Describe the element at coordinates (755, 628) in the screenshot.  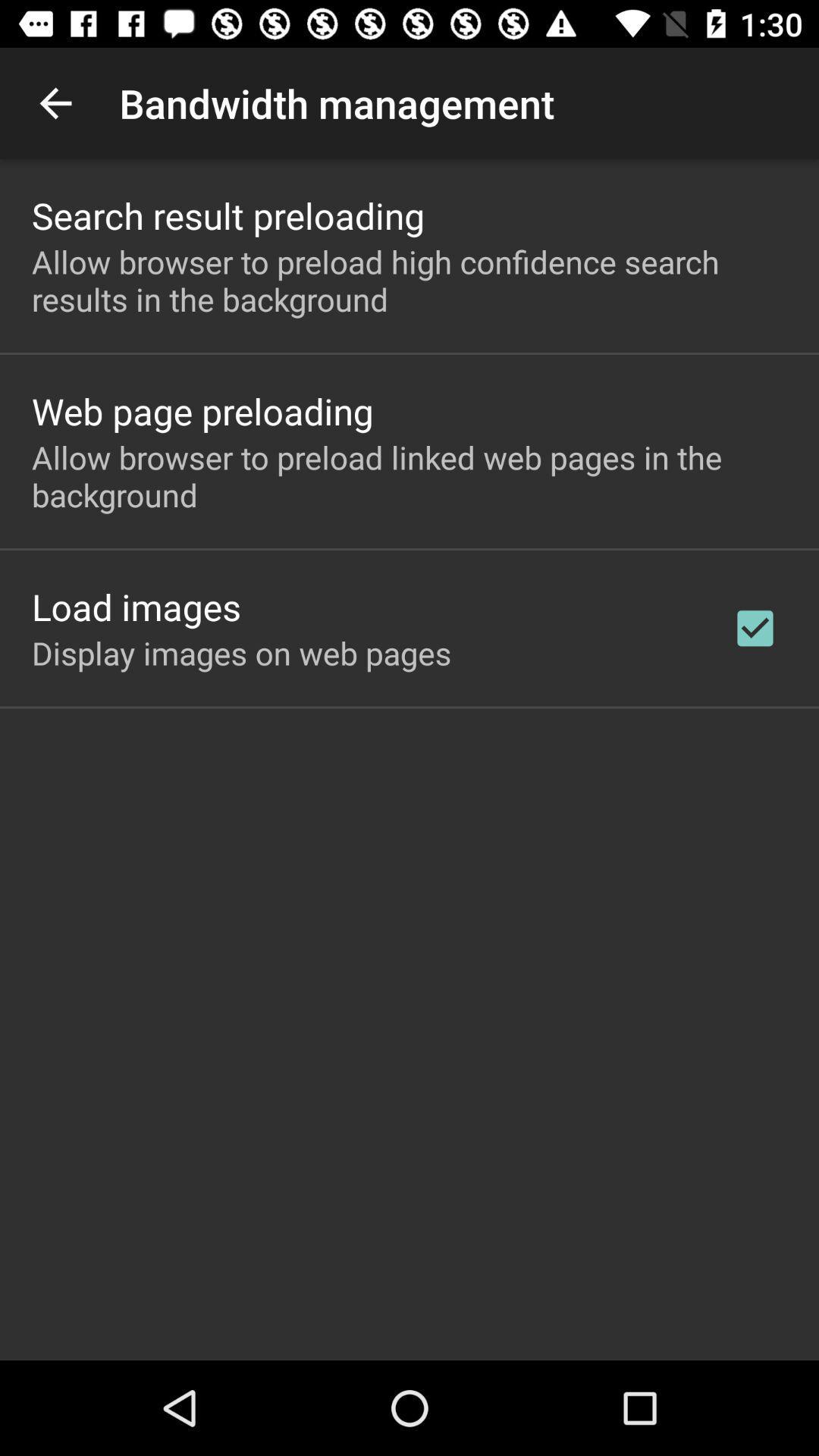
I see `icon below the allow browser to` at that location.